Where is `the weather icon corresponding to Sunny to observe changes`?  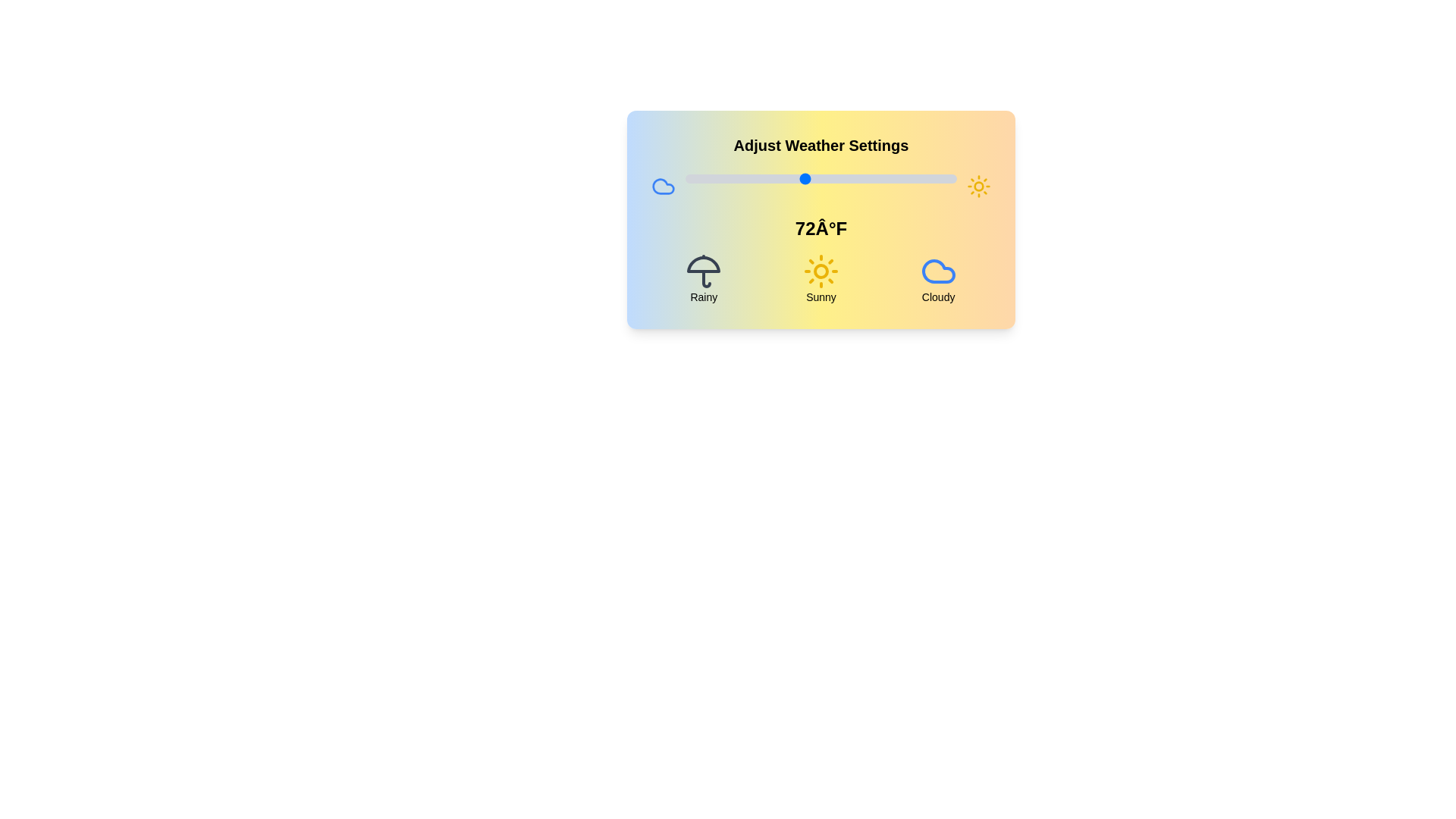
the weather icon corresponding to Sunny to observe changes is located at coordinates (821, 278).